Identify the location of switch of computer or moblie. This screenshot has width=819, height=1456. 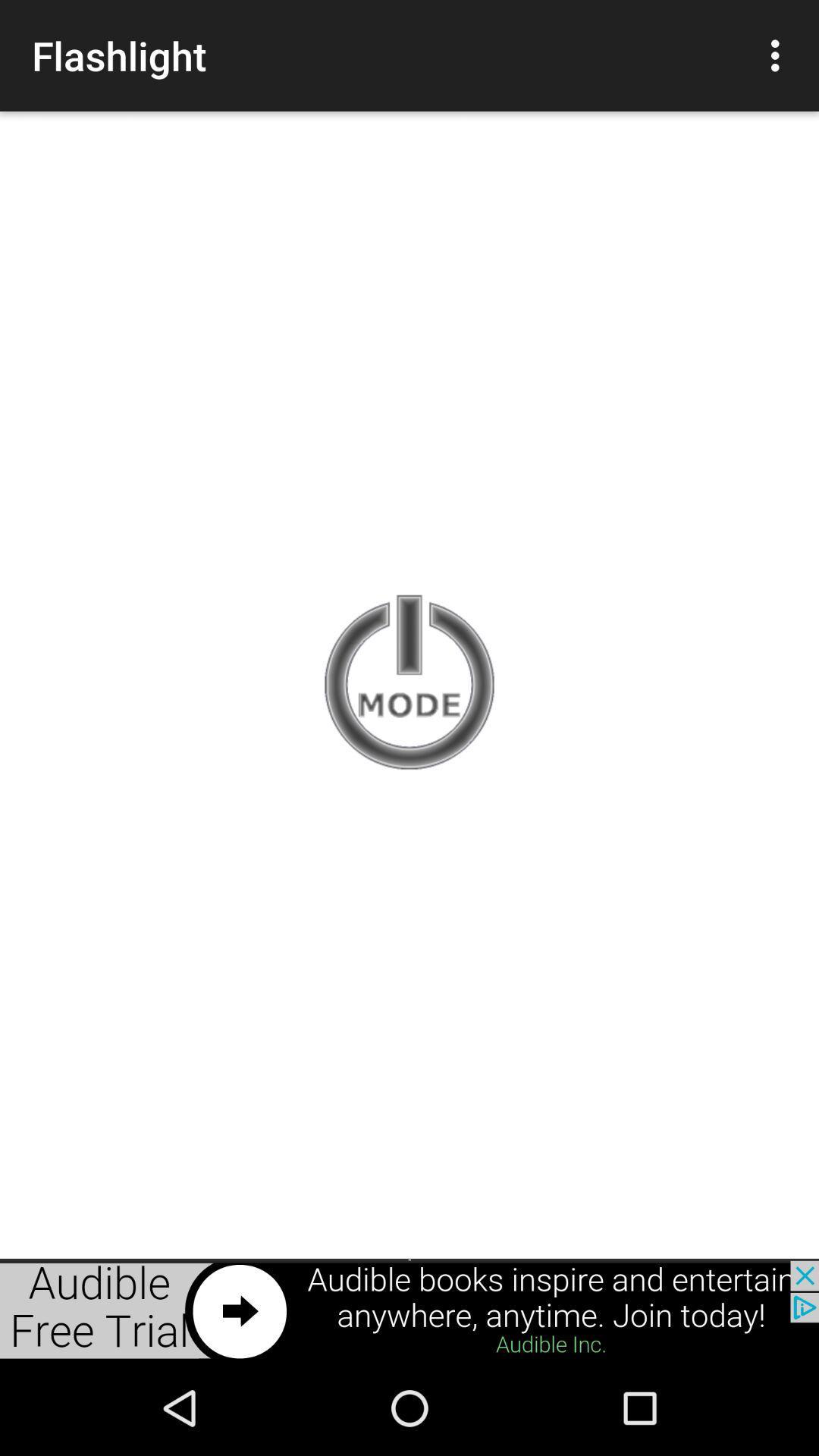
(409, 683).